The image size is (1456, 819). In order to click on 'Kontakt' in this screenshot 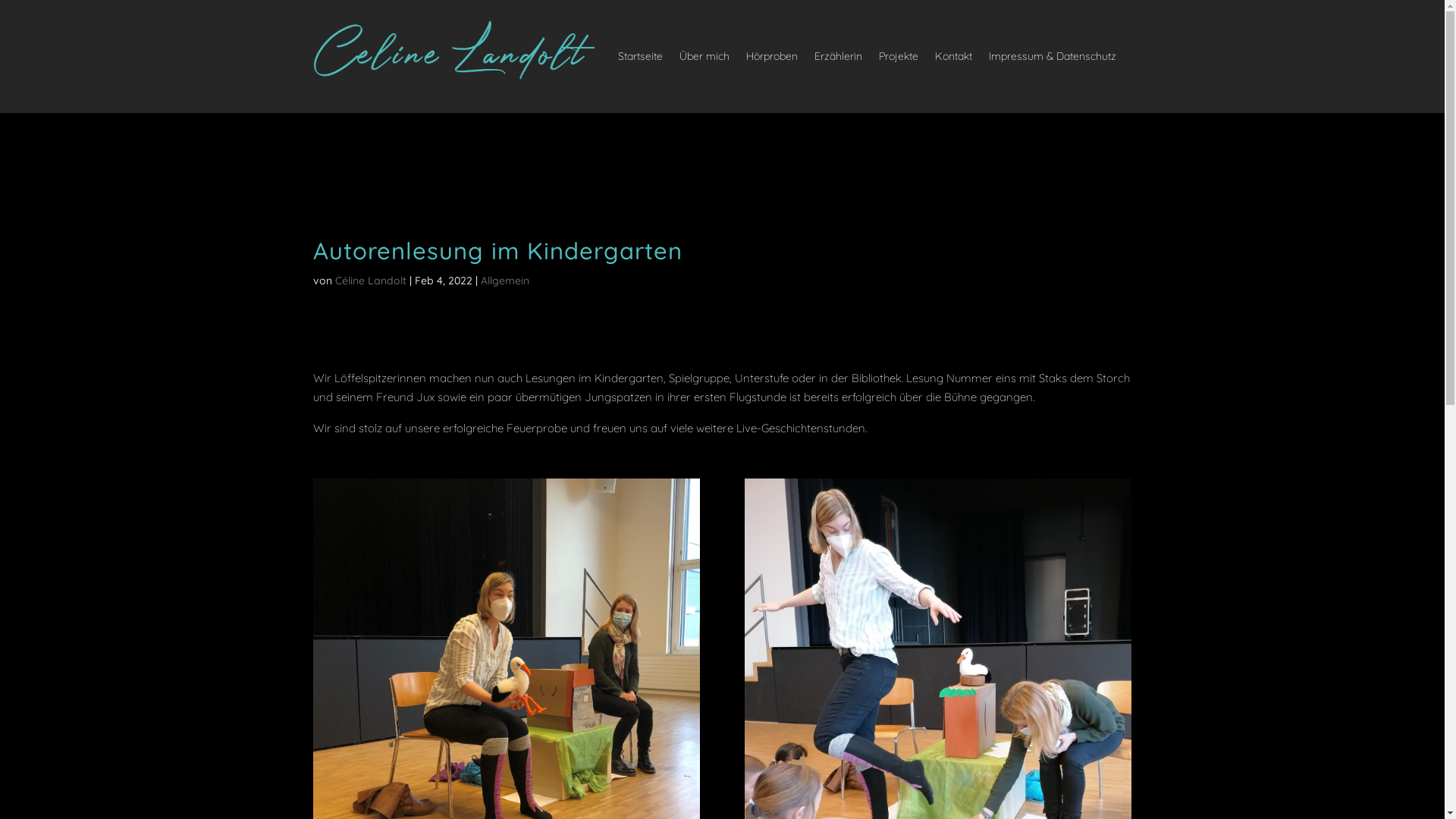, I will do `click(934, 55)`.